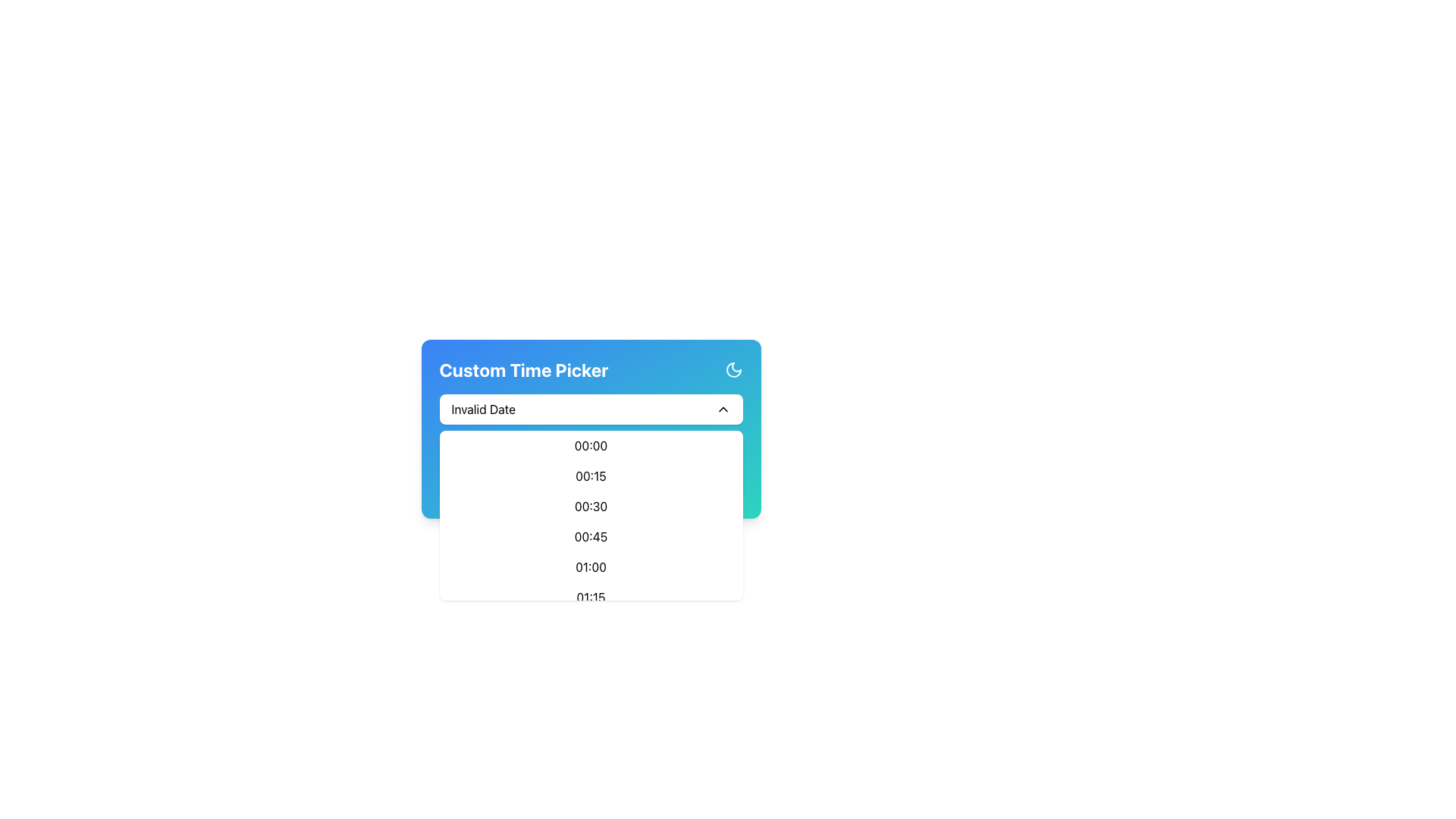 The image size is (1456, 819). Describe the element at coordinates (590, 596) in the screenshot. I see `to select the time '01:15' from the dropdown list, which is the sixth option following '01:00' and preceding '01:30'` at that location.